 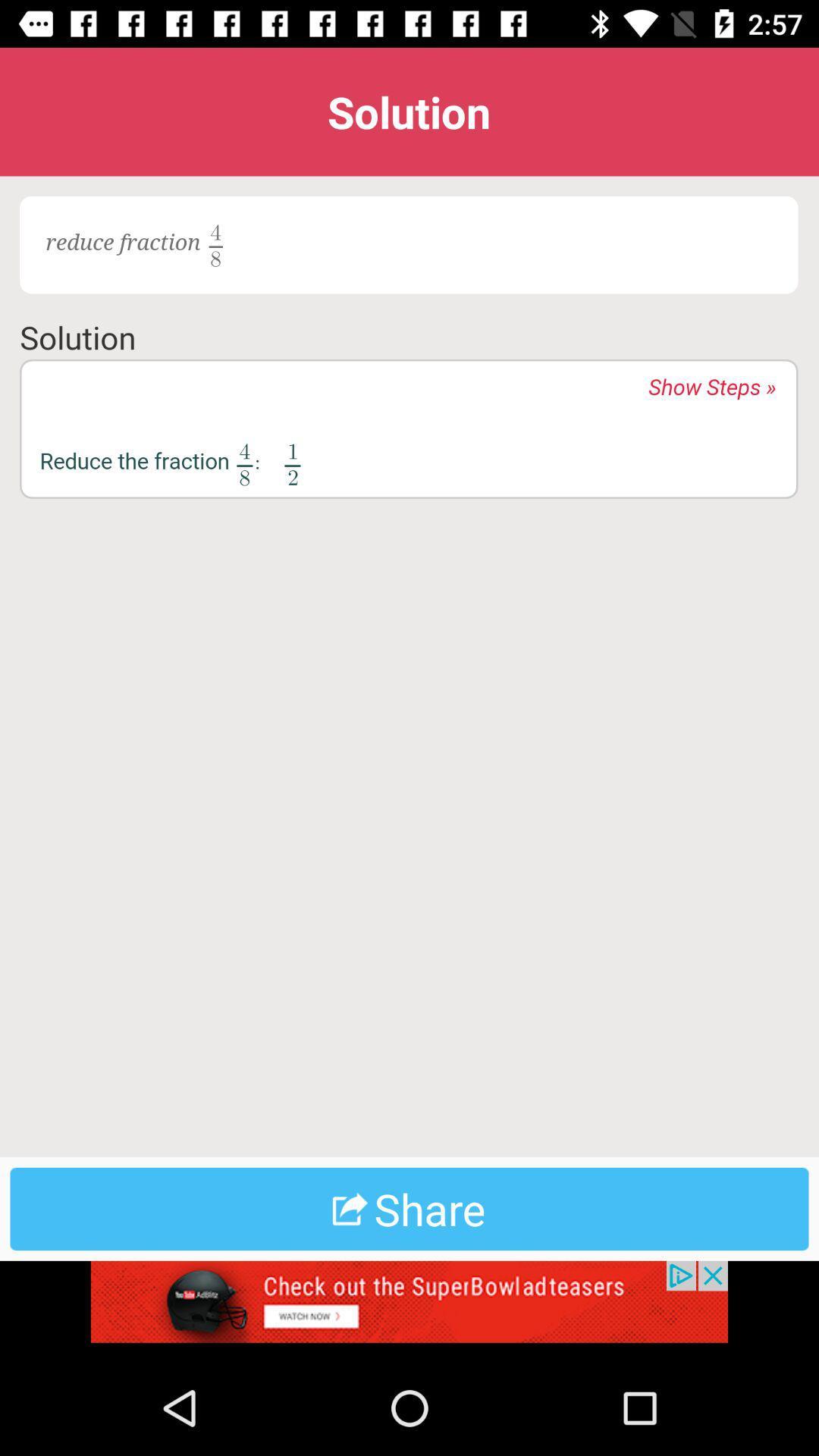 I want to click on open this advertisement, so click(x=409, y=1310).